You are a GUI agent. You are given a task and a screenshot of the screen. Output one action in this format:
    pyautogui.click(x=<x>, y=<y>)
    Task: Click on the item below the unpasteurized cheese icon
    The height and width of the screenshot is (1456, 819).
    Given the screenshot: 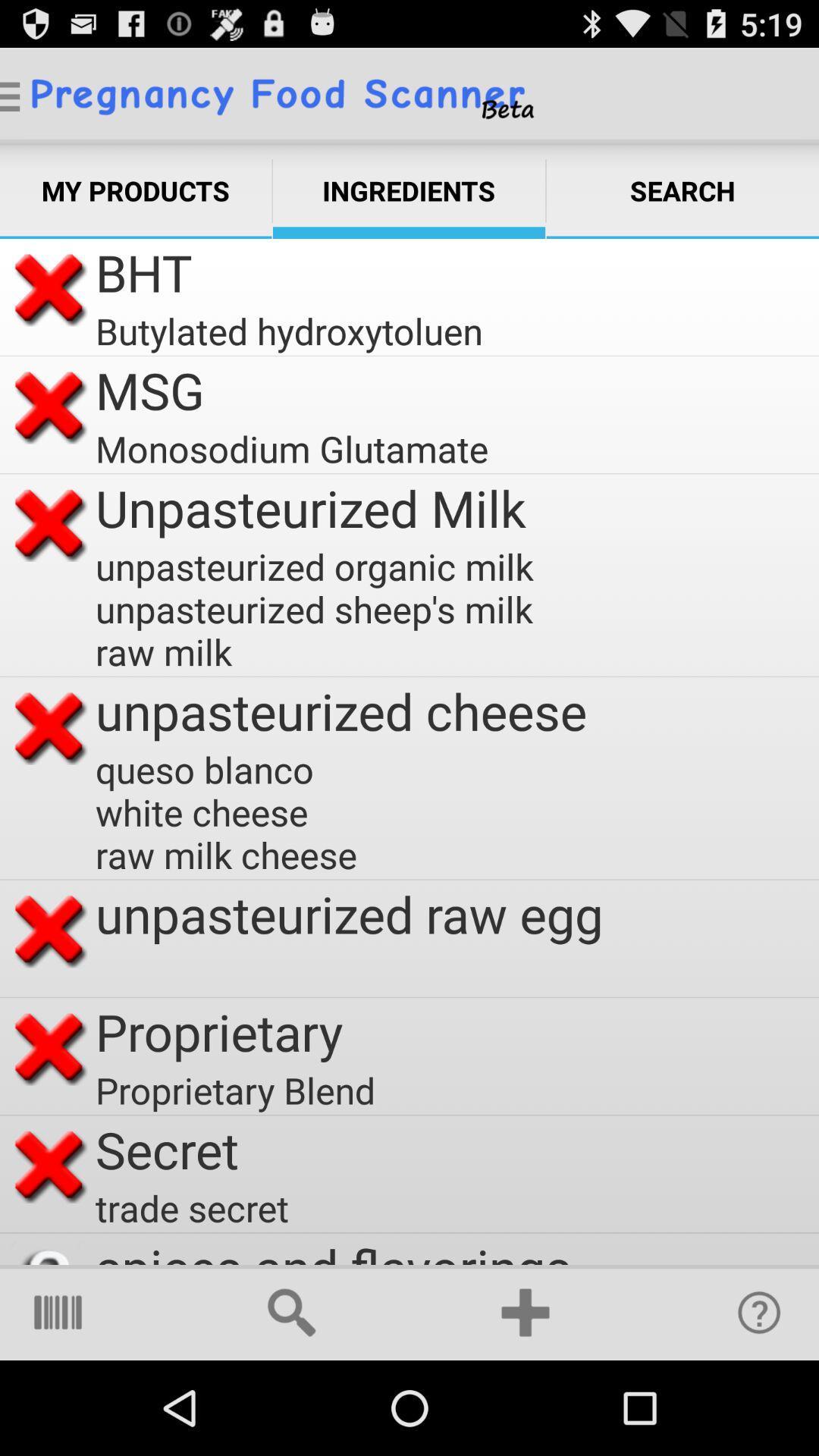 What is the action you would take?
    pyautogui.click(x=226, y=811)
    